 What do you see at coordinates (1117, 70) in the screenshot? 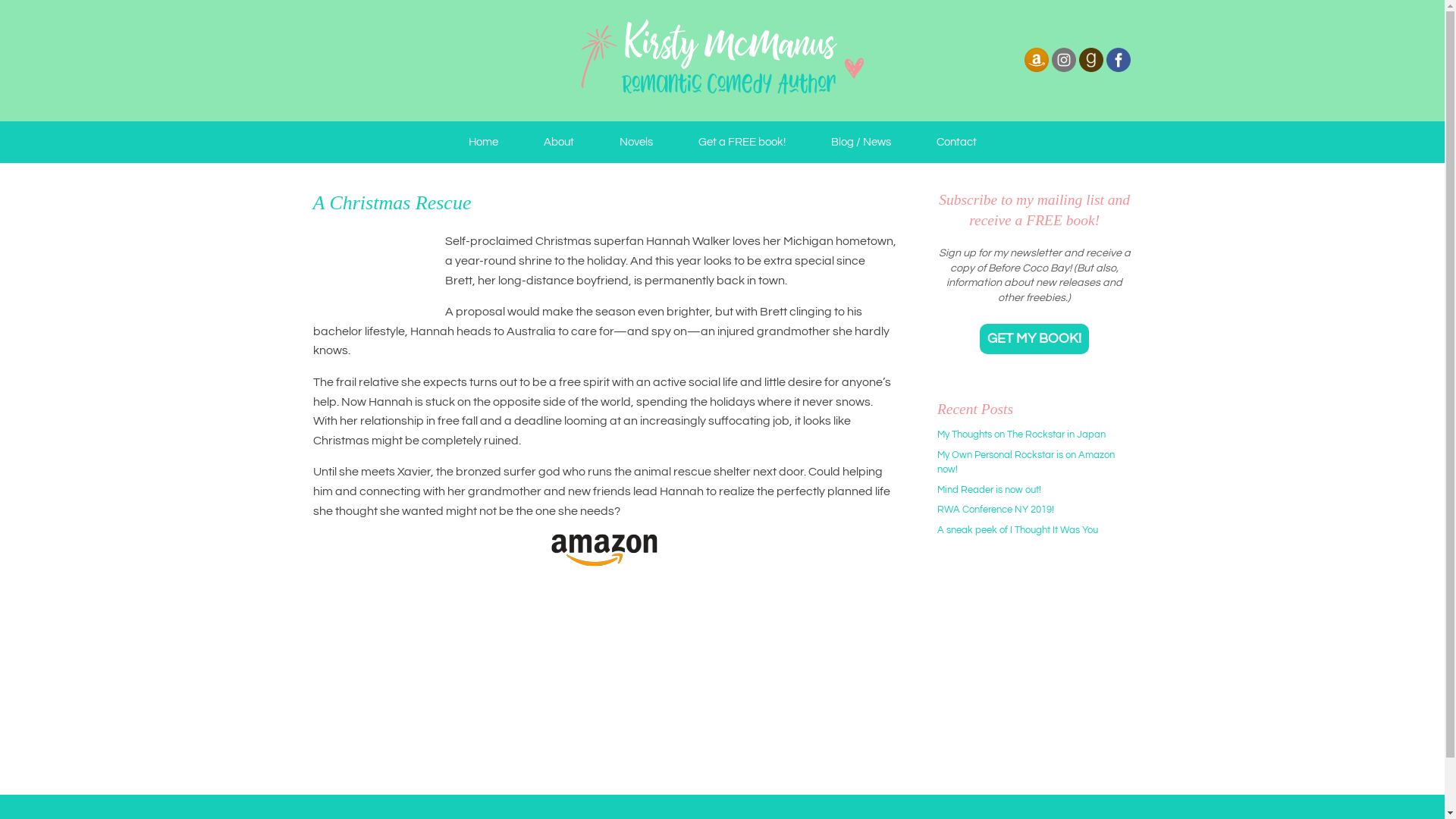
I see `'Facebook'` at bounding box center [1117, 70].